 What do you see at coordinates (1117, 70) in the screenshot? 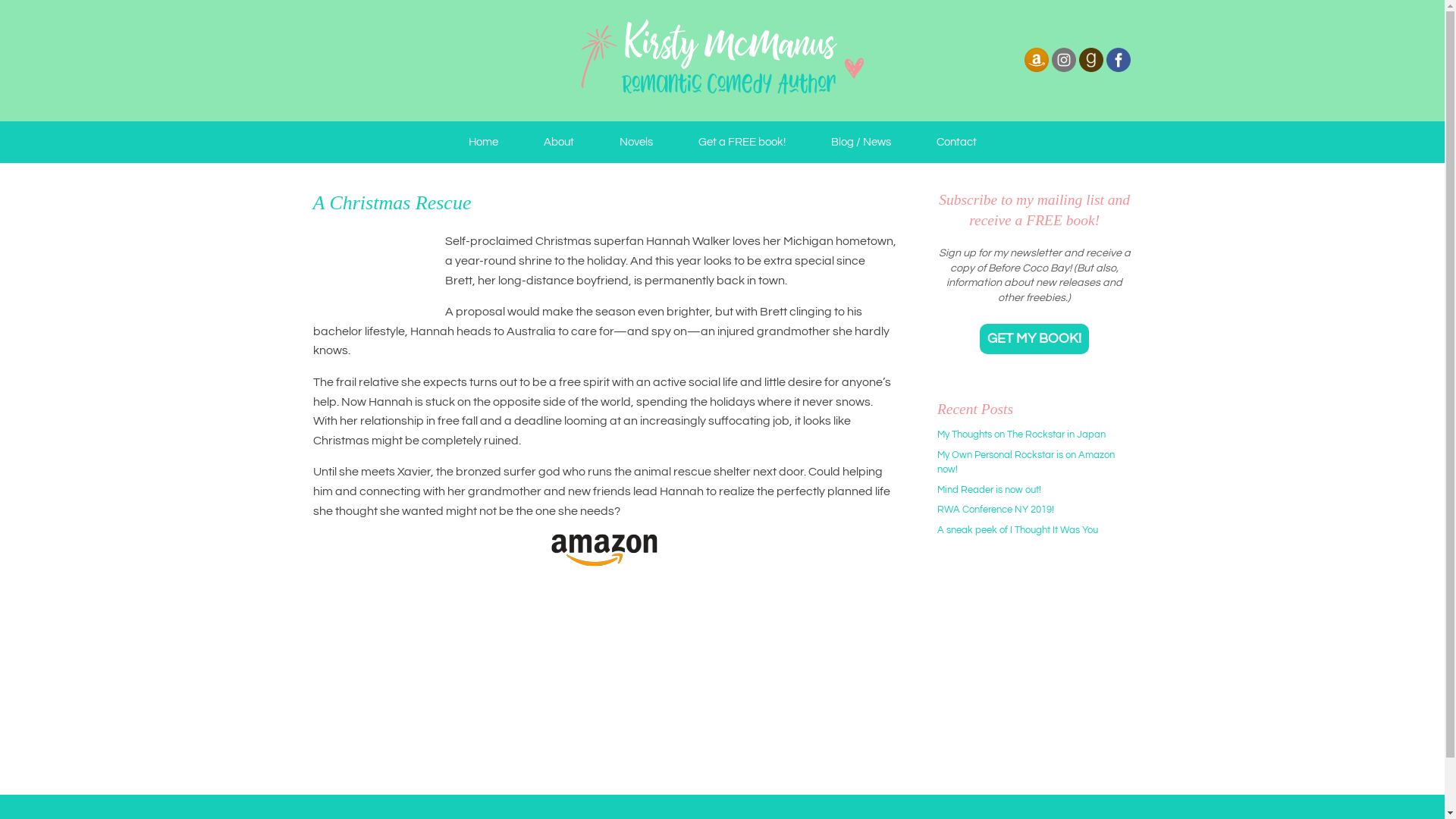
I see `'Facebook'` at bounding box center [1117, 70].